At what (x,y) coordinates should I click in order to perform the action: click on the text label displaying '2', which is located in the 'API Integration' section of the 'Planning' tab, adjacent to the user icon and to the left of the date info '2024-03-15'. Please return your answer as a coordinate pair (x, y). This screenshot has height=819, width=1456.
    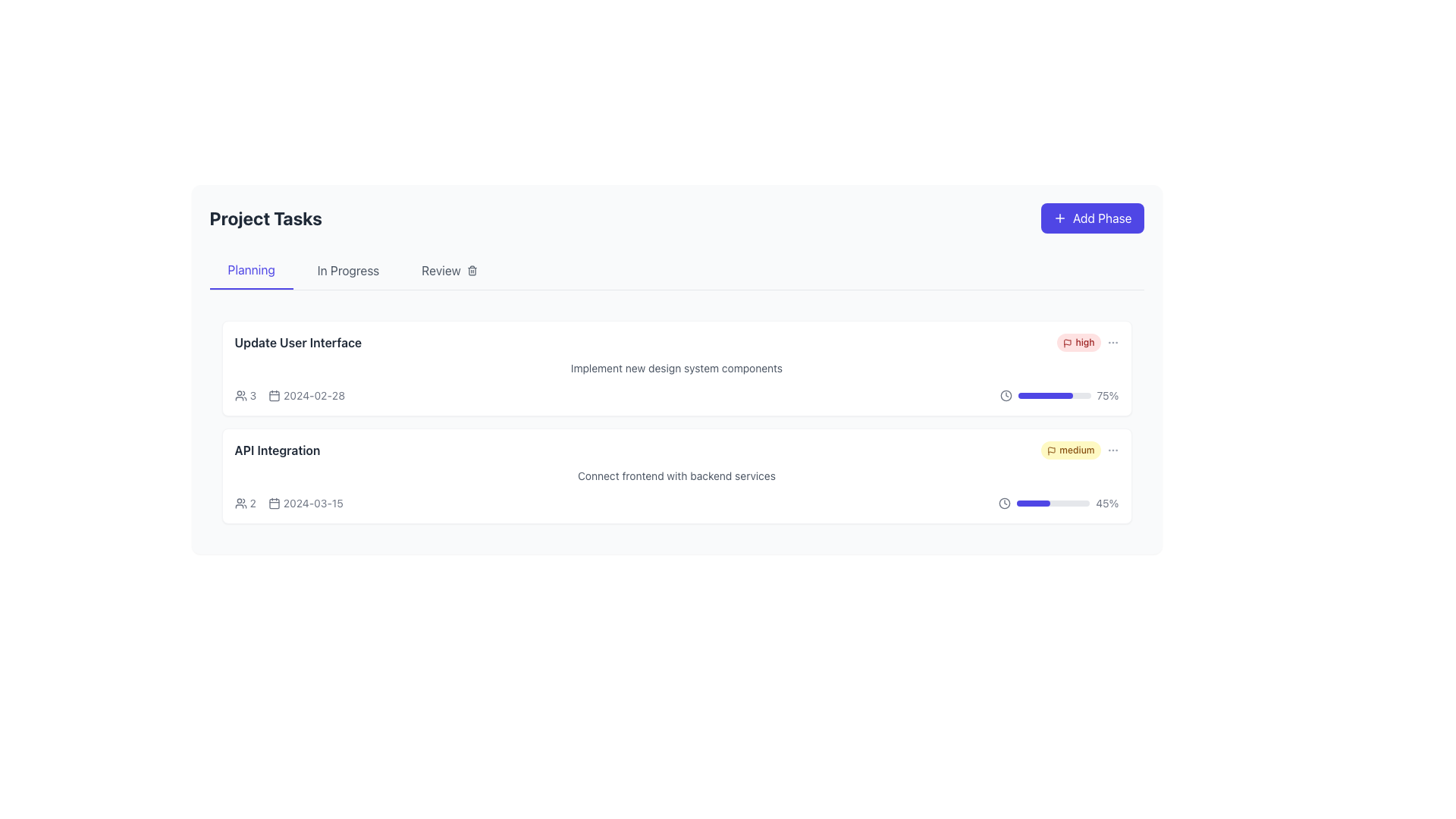
    Looking at the image, I should click on (245, 503).